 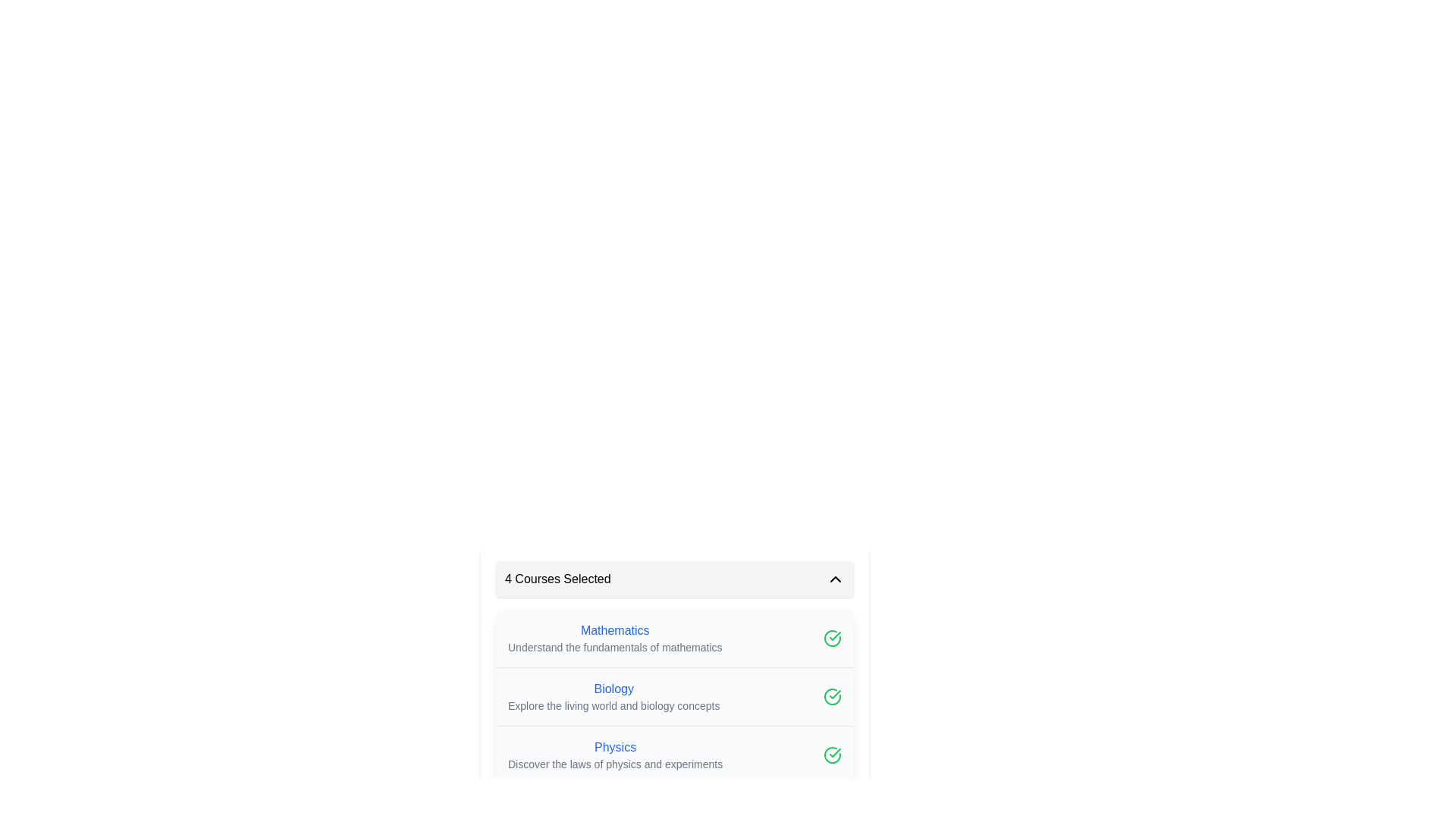 I want to click on the circular icon with a green checkmark located at the far-right side of the Physics course row under '4 Courses Selected', so click(x=832, y=755).